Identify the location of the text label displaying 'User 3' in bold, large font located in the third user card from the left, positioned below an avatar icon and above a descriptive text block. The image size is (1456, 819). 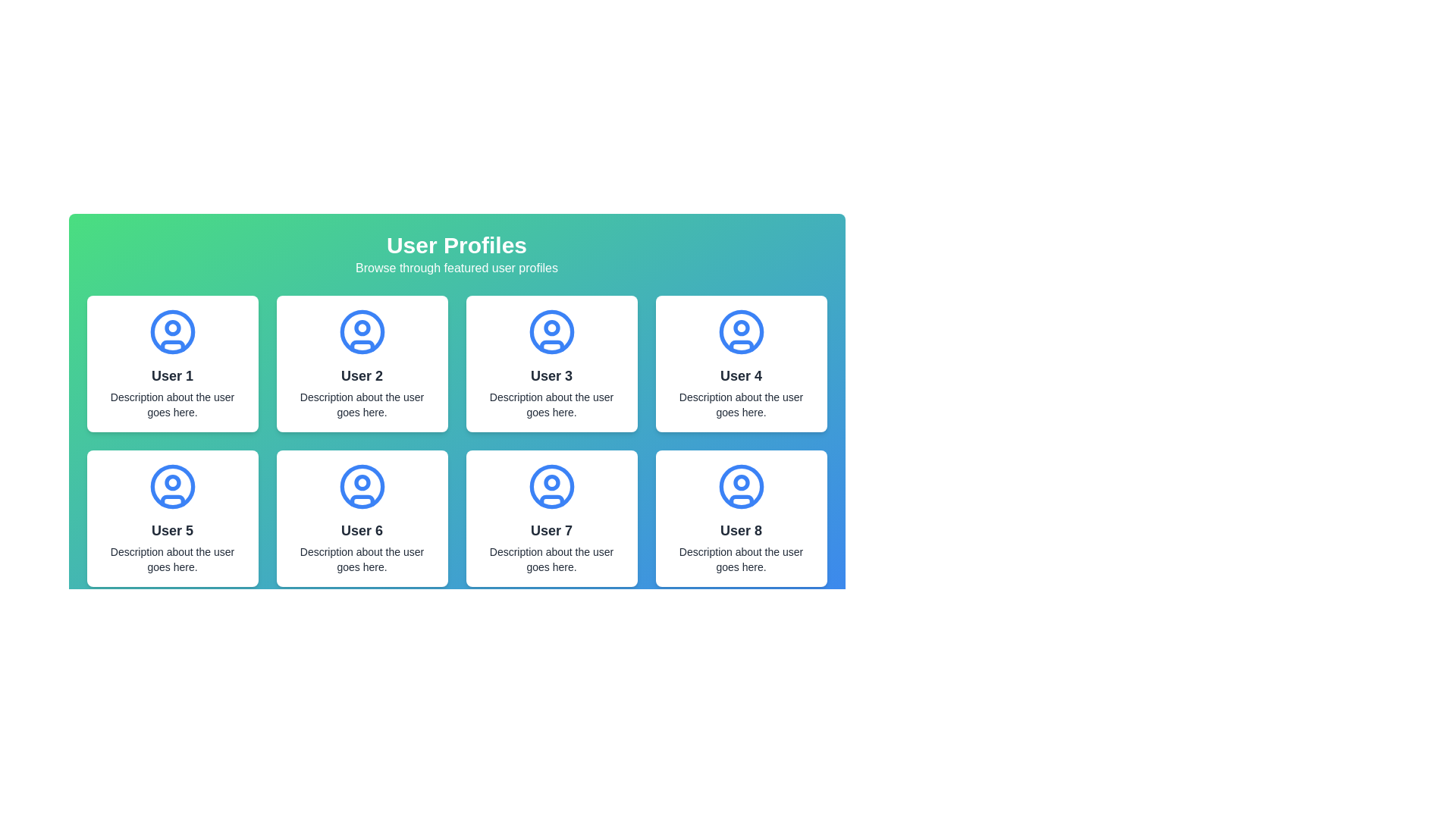
(551, 375).